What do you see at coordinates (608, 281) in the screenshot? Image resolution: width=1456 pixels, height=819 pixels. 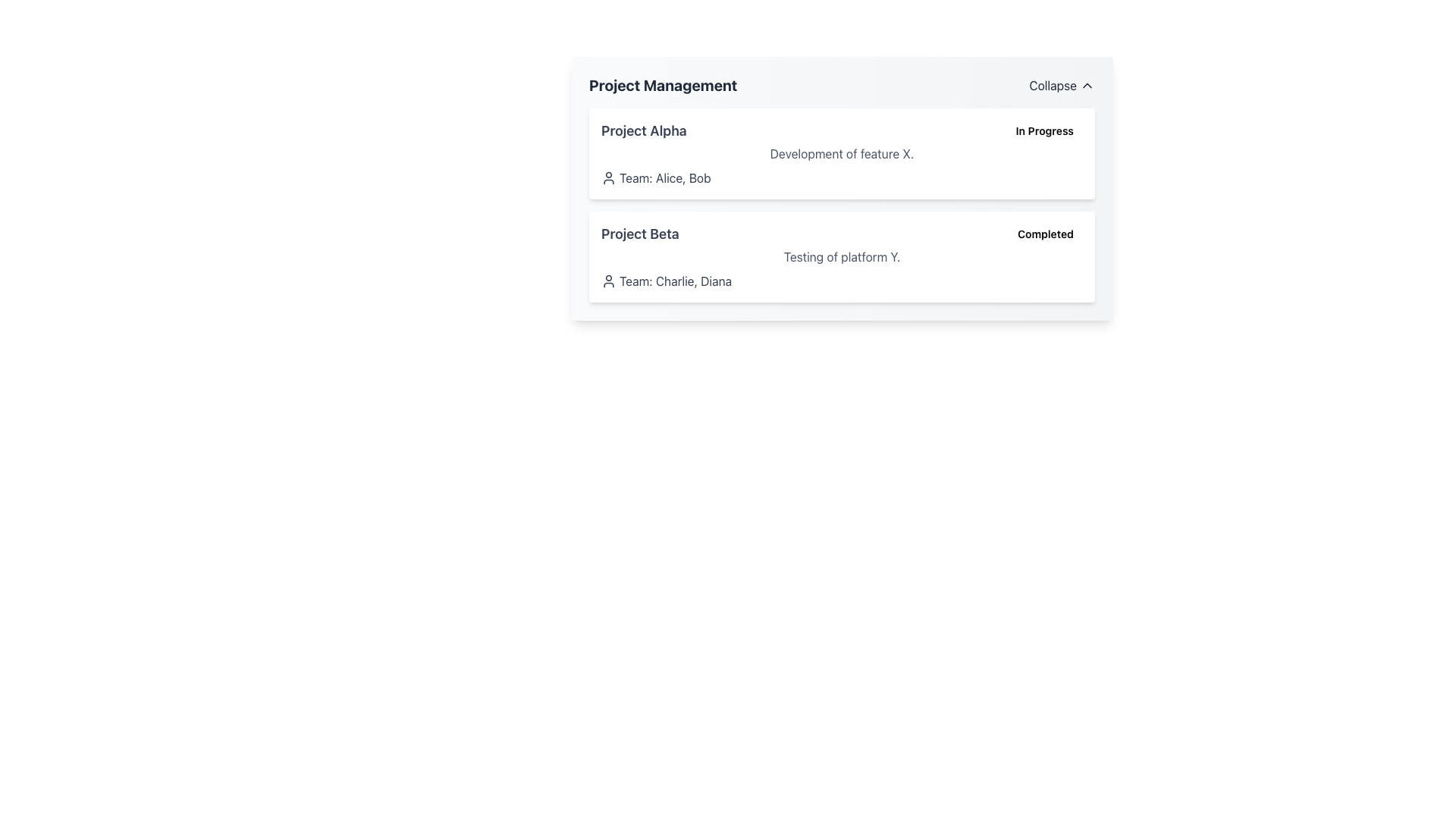 I see `the user icon, which is a circular head and shoulders outline in dark gray, located next to the text 'Team: Charlie, Diana' in the 'Project Beta' section` at bounding box center [608, 281].